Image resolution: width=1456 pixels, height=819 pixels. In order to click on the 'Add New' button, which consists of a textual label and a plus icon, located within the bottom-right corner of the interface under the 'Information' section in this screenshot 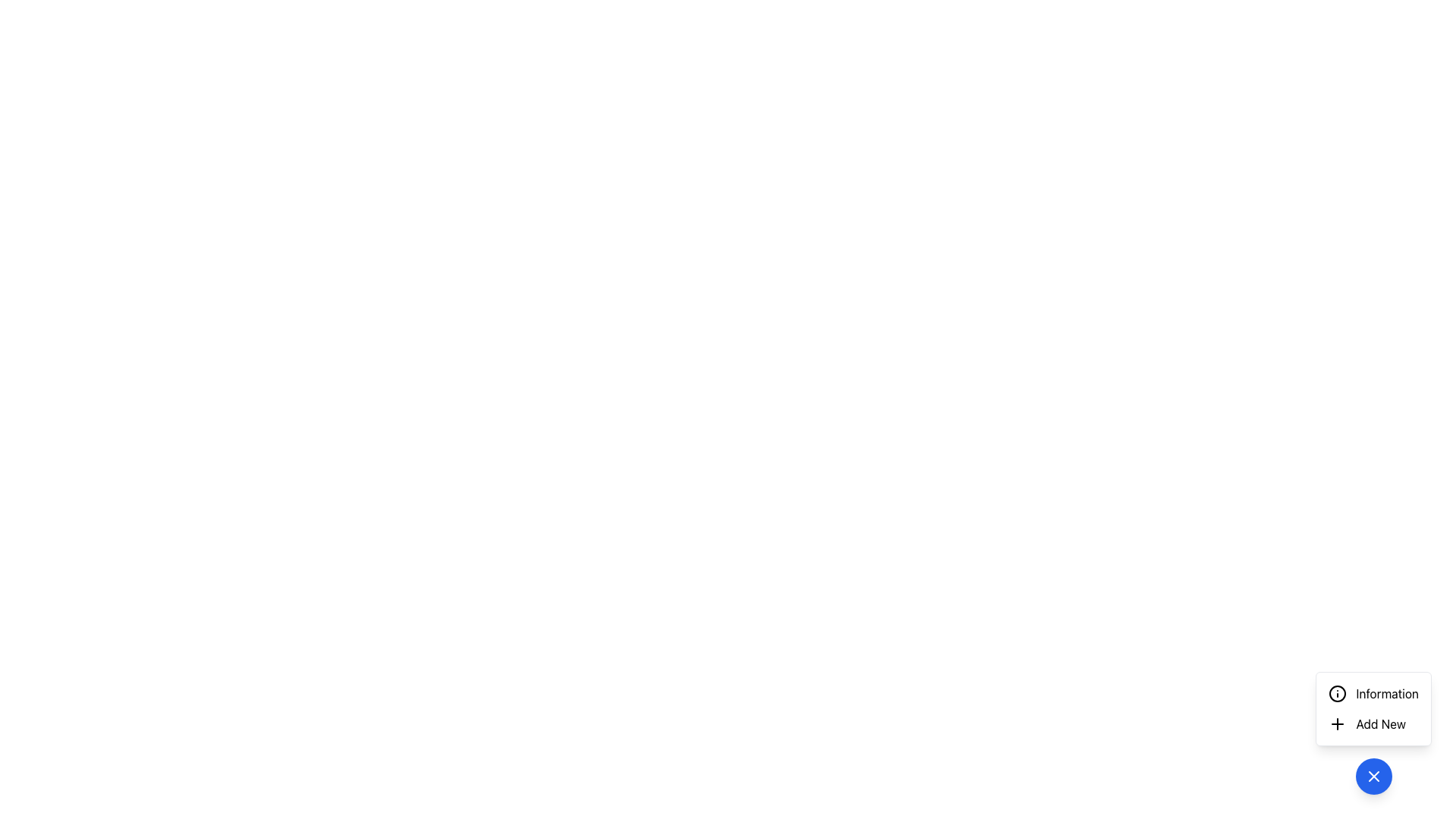, I will do `click(1367, 723)`.